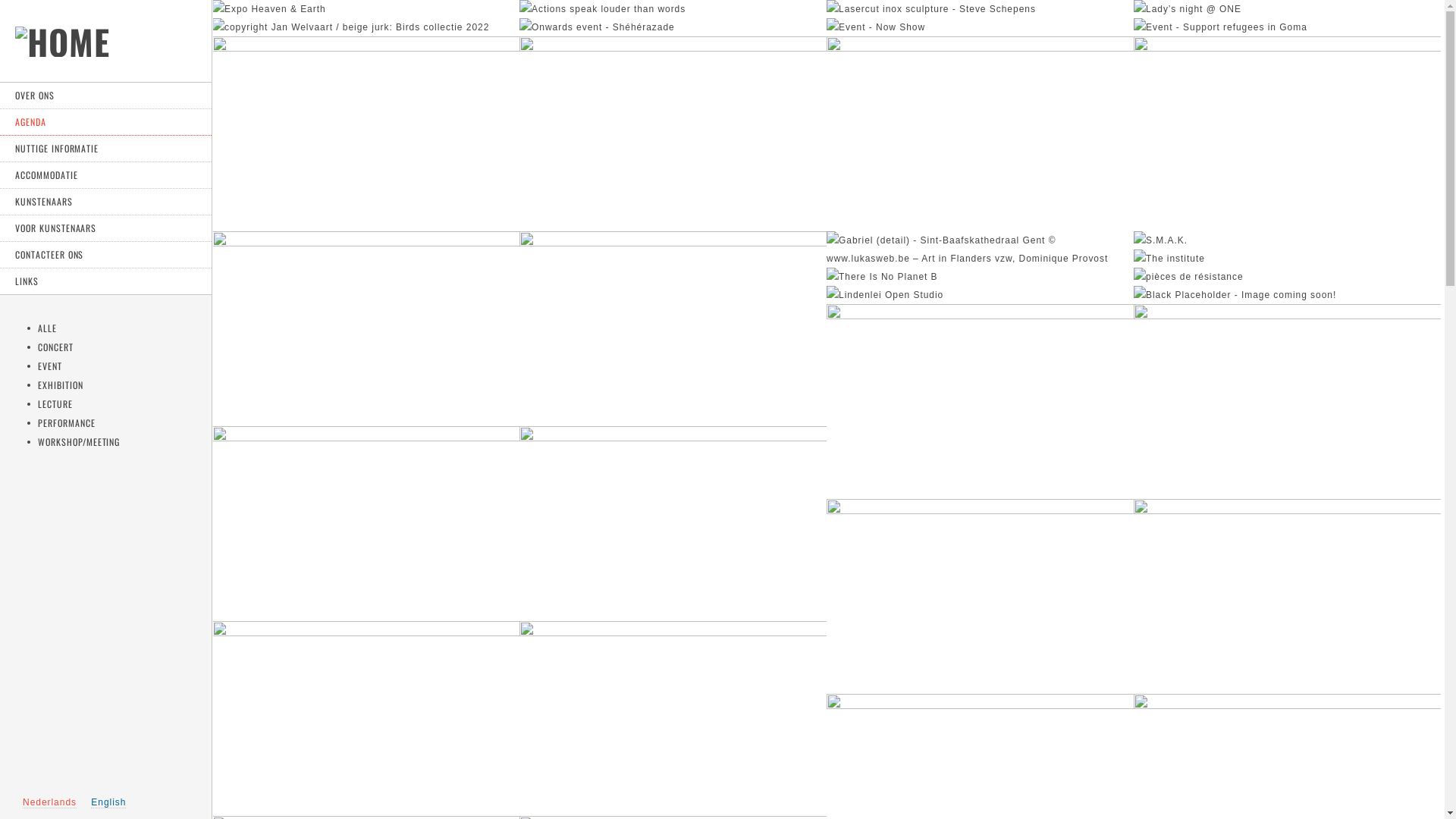 The height and width of the screenshot is (819, 1456). What do you see at coordinates (78, 441) in the screenshot?
I see `'WORKSHOP/MEETING'` at bounding box center [78, 441].